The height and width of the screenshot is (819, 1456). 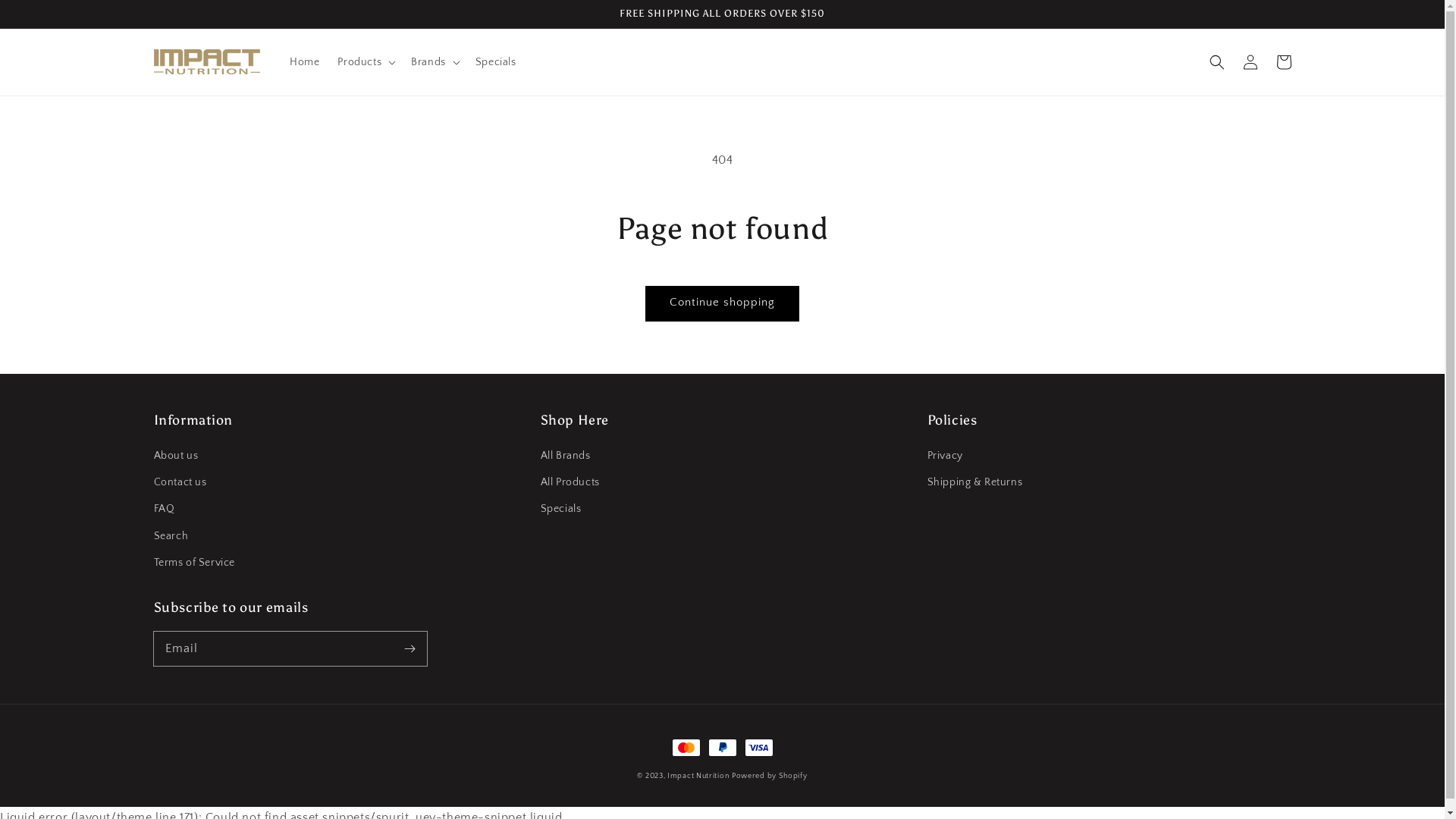 I want to click on 'All Products', so click(x=568, y=482).